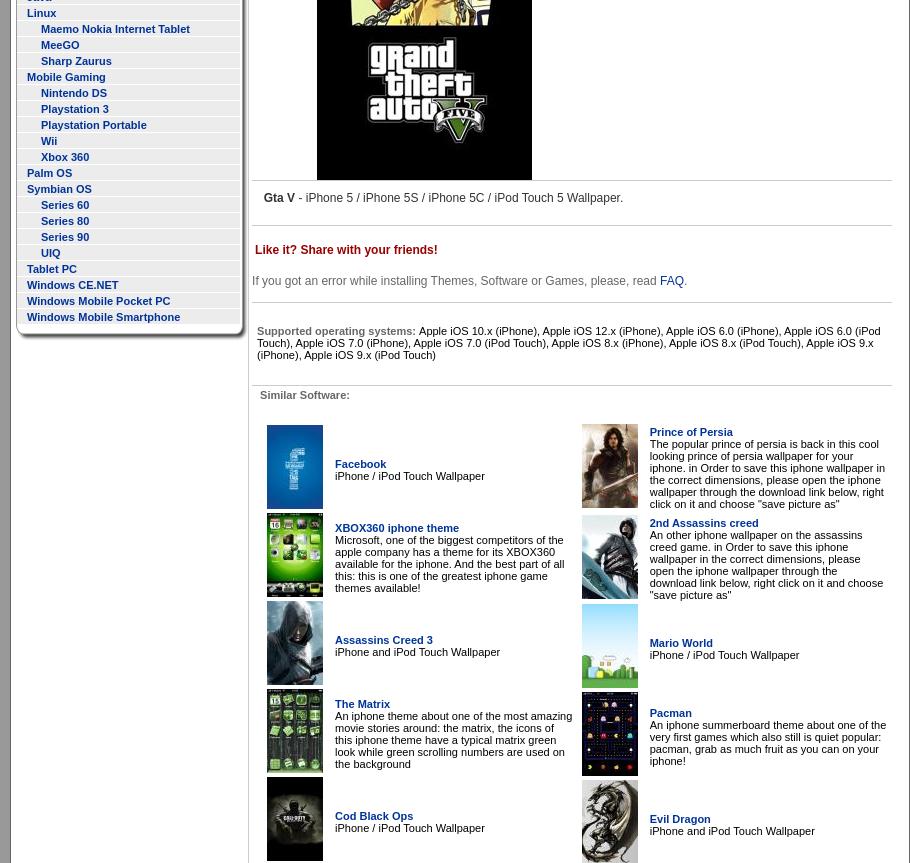 This screenshot has height=863, width=910. I want to click on 'Microsoft, one of the biggest competitors of the apple company has a theme for its XBOX360 available for the iphone. And the best part of all this: this is one of the greatest iphone game themes available!', so click(449, 563).